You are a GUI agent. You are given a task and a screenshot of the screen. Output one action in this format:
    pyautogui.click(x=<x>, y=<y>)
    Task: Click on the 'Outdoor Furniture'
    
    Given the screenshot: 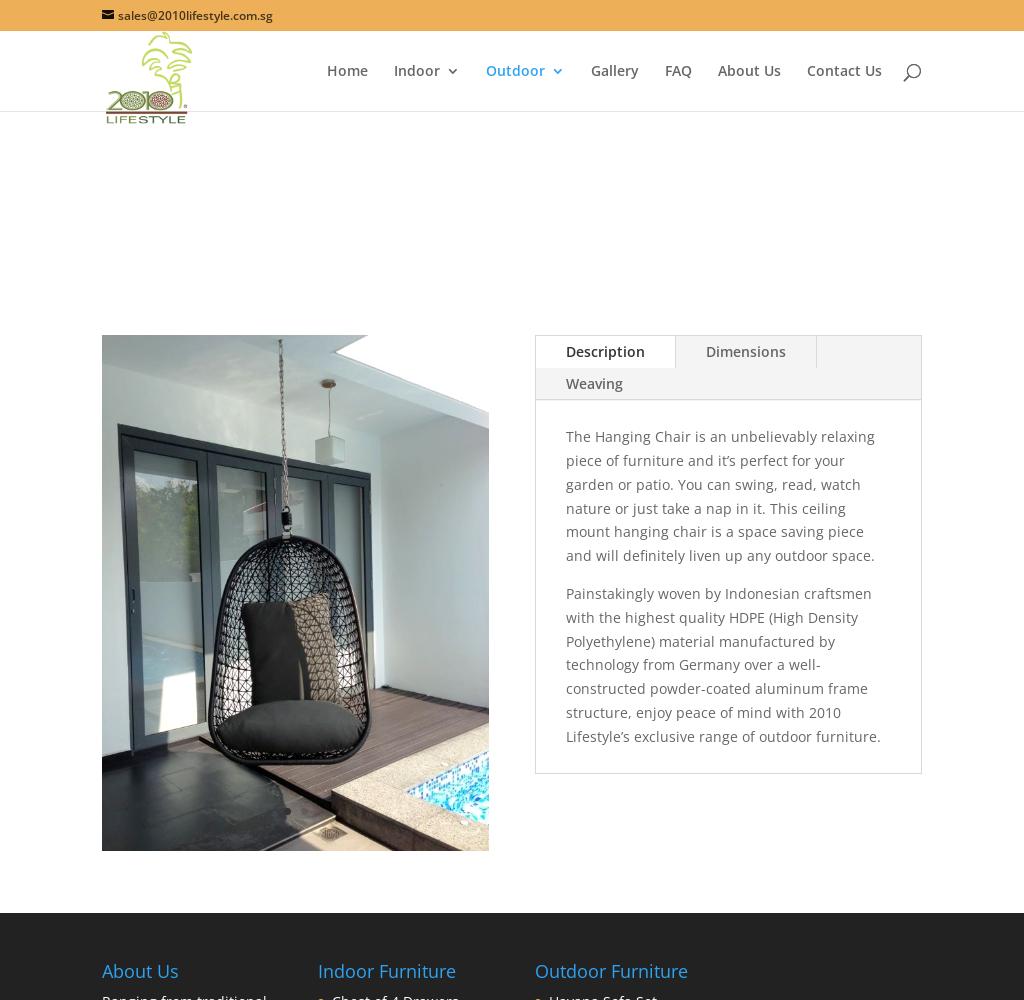 What is the action you would take?
    pyautogui.click(x=610, y=969)
    